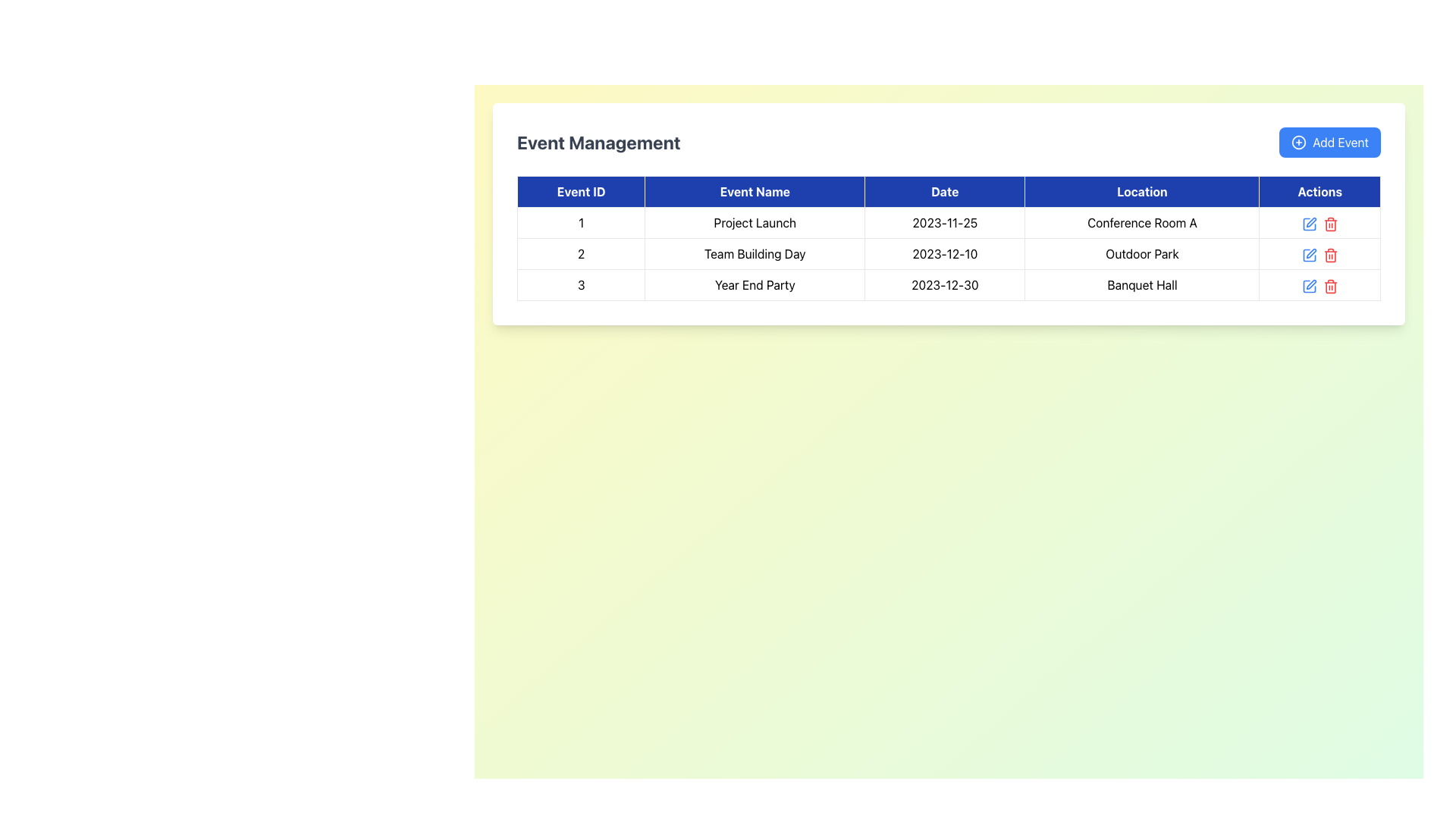  I want to click on the red trash can icon button located in the 'Actions' column of the 'Year End Party' event row to invoke the delete function, so click(1329, 224).